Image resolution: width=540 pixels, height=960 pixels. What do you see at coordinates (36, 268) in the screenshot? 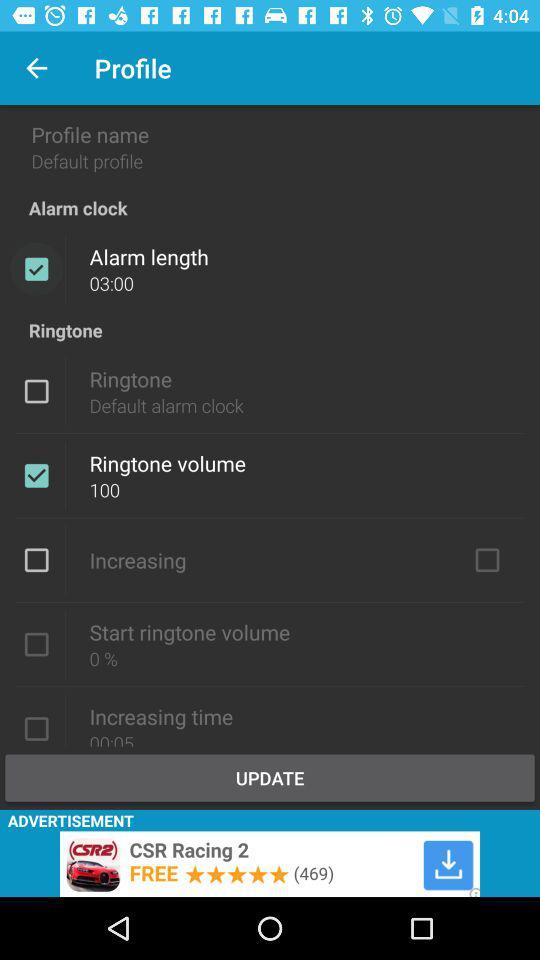
I see `remove alarm duration` at bounding box center [36, 268].